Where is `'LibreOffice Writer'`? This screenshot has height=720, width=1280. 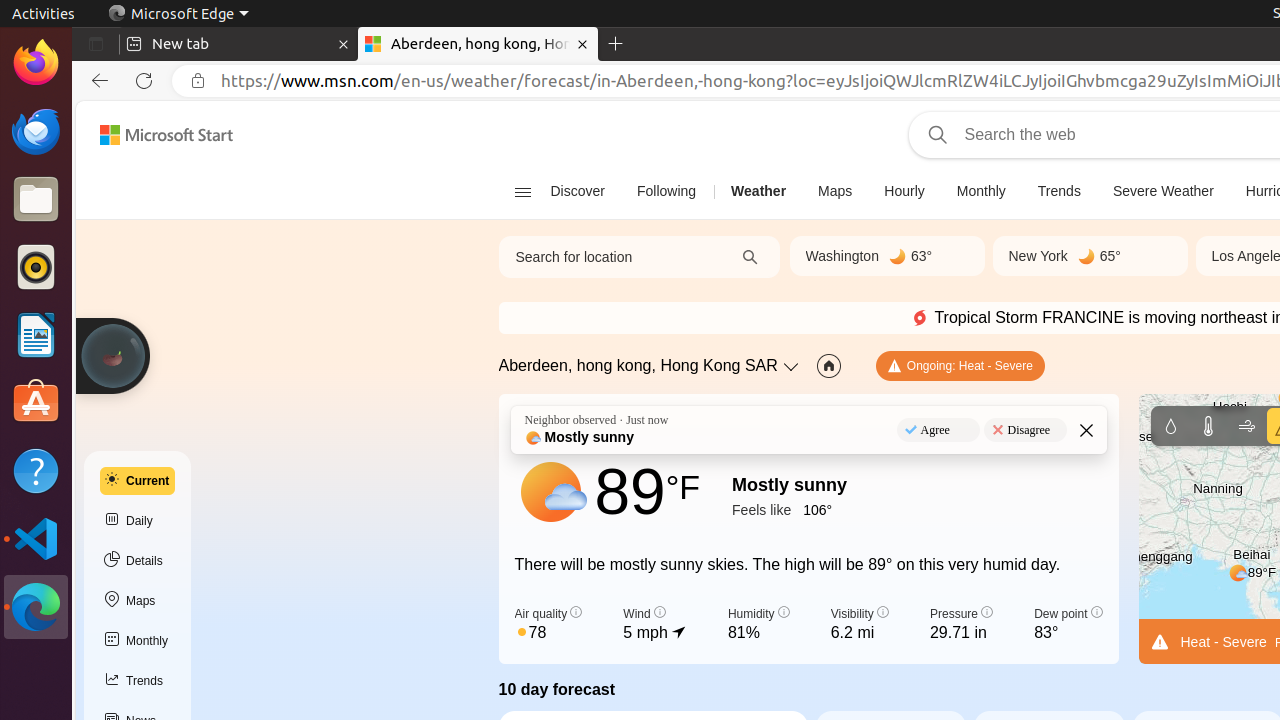
'LibreOffice Writer' is located at coordinates (35, 334).